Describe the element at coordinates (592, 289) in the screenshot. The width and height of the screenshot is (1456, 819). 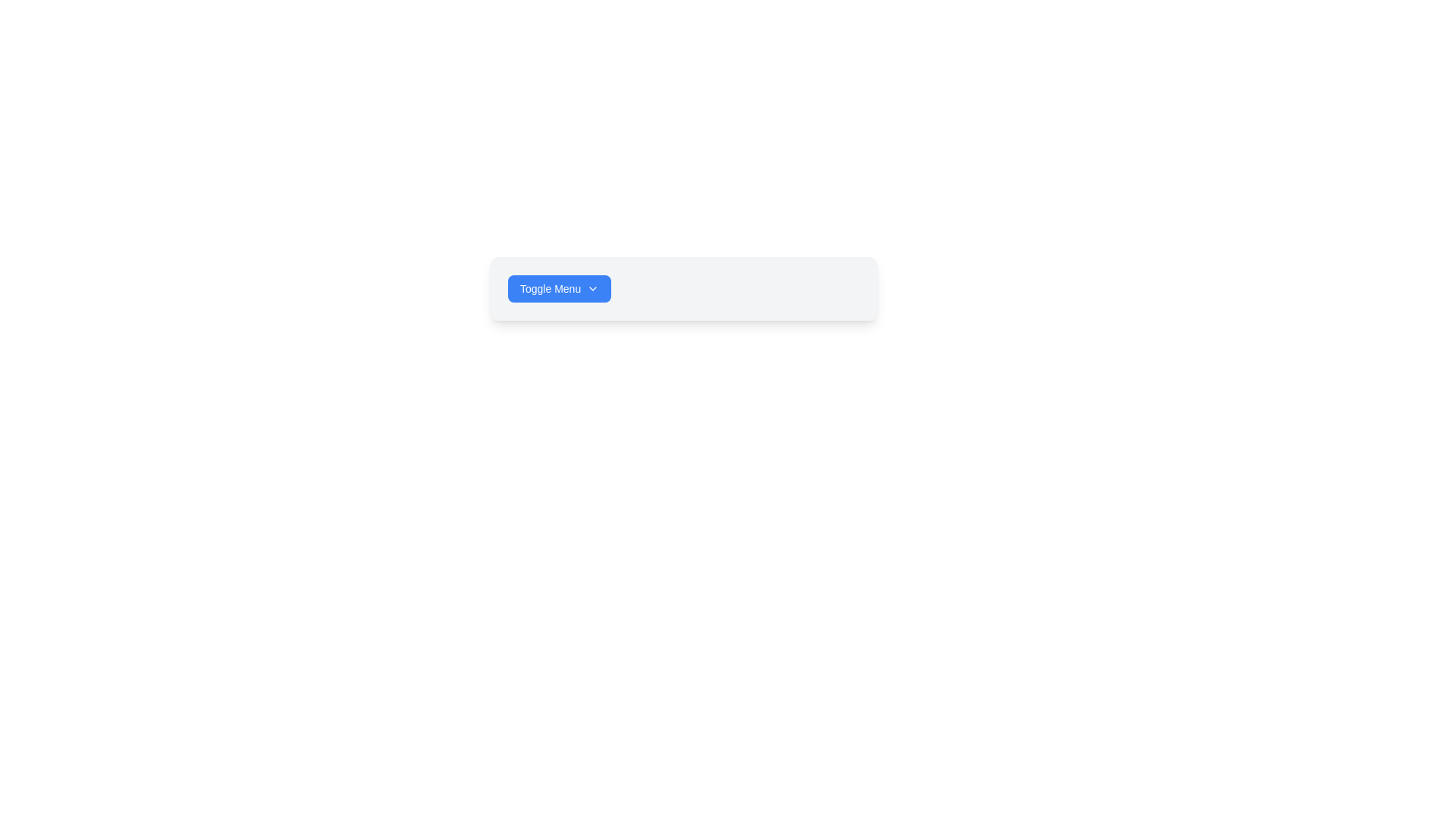
I see `the icon located to the right of the 'Toggle Menu' text label, which serves as a visual indicator for expanding the dropdown menu` at that location.